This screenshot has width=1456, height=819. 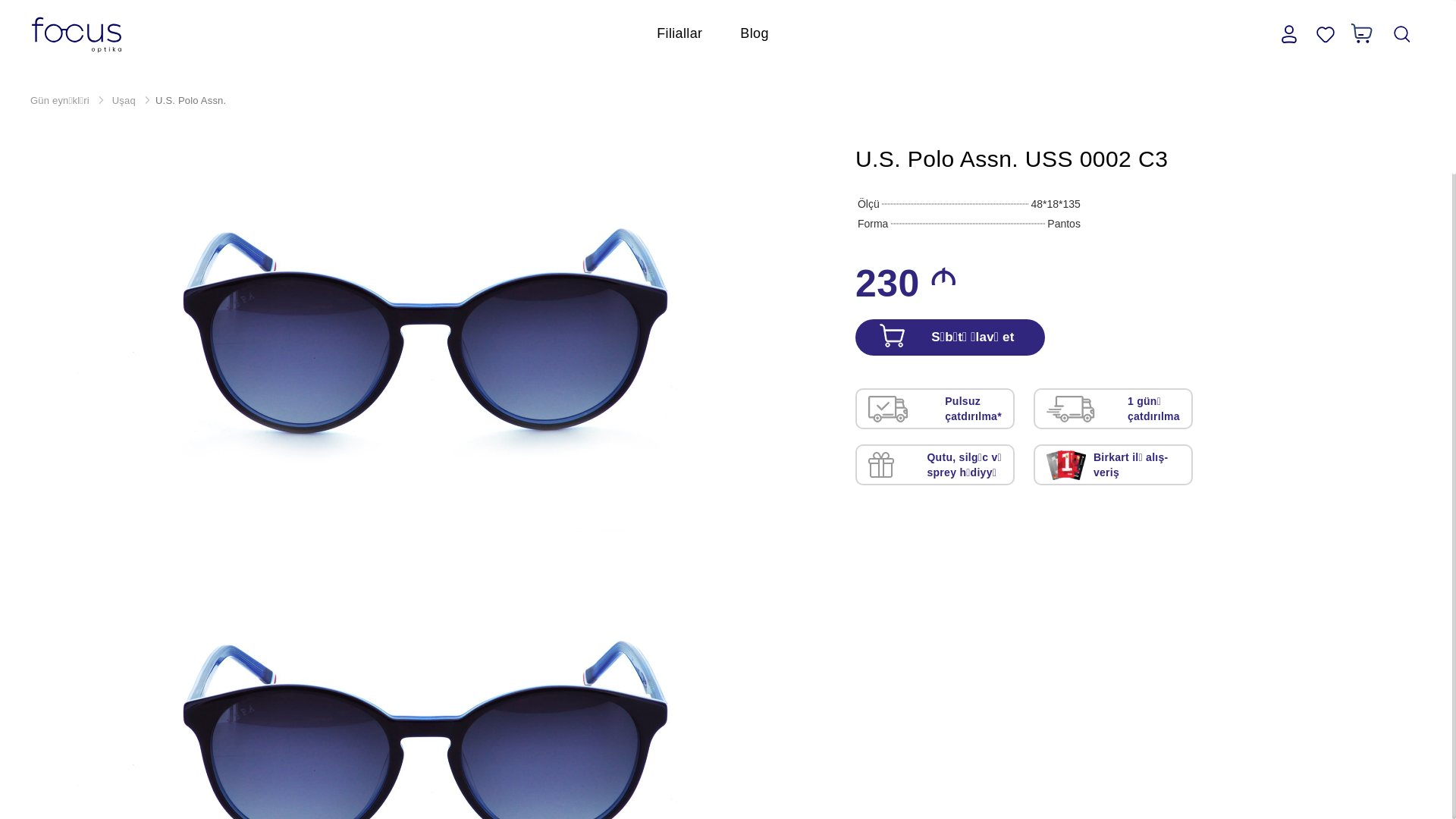 What do you see at coordinates (679, 33) in the screenshot?
I see `'Filiallar'` at bounding box center [679, 33].